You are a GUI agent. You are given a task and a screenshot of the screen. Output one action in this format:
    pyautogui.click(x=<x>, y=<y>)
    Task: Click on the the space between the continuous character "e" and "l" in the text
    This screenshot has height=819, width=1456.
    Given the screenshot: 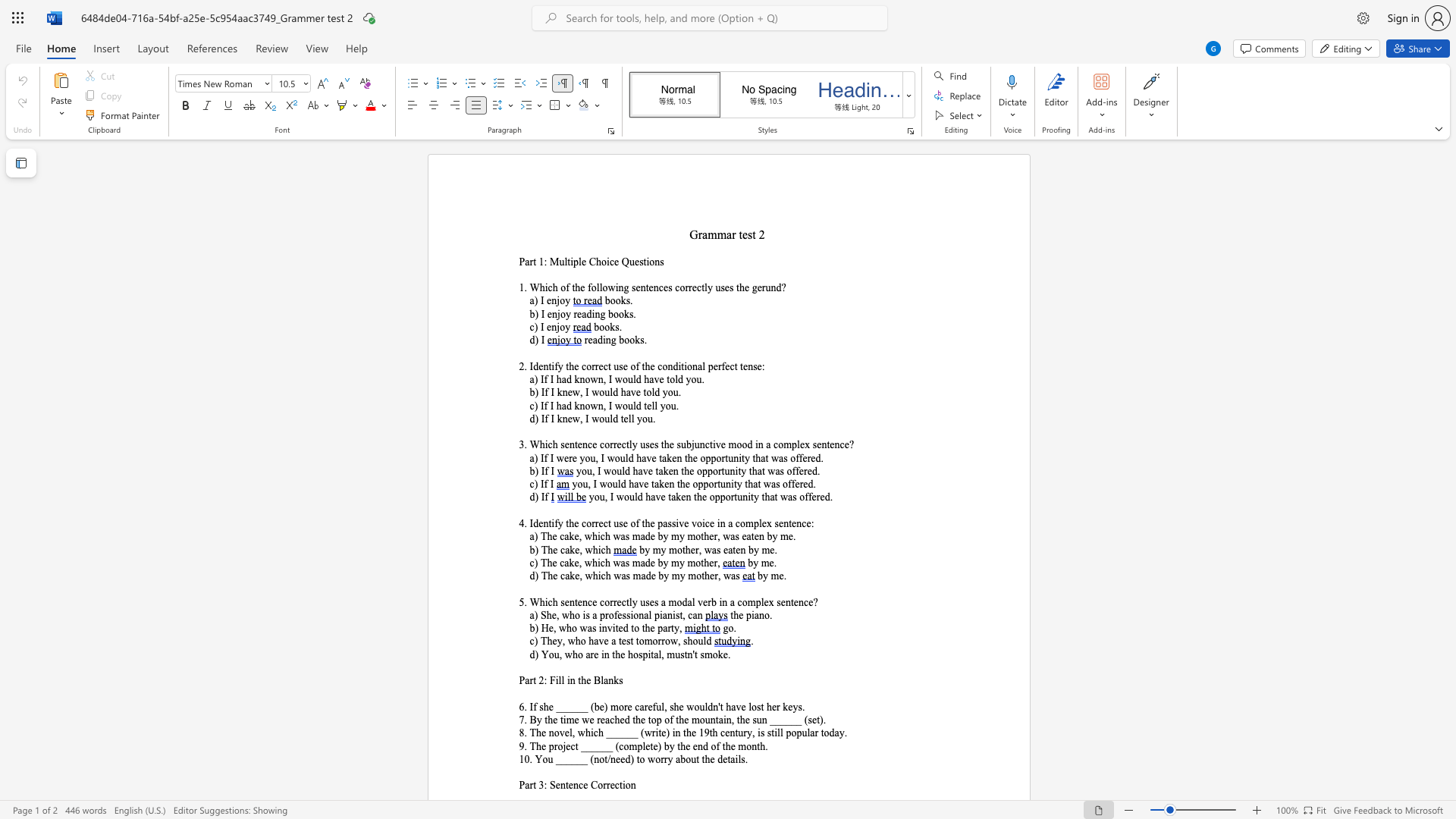 What is the action you would take?
    pyautogui.click(x=628, y=419)
    